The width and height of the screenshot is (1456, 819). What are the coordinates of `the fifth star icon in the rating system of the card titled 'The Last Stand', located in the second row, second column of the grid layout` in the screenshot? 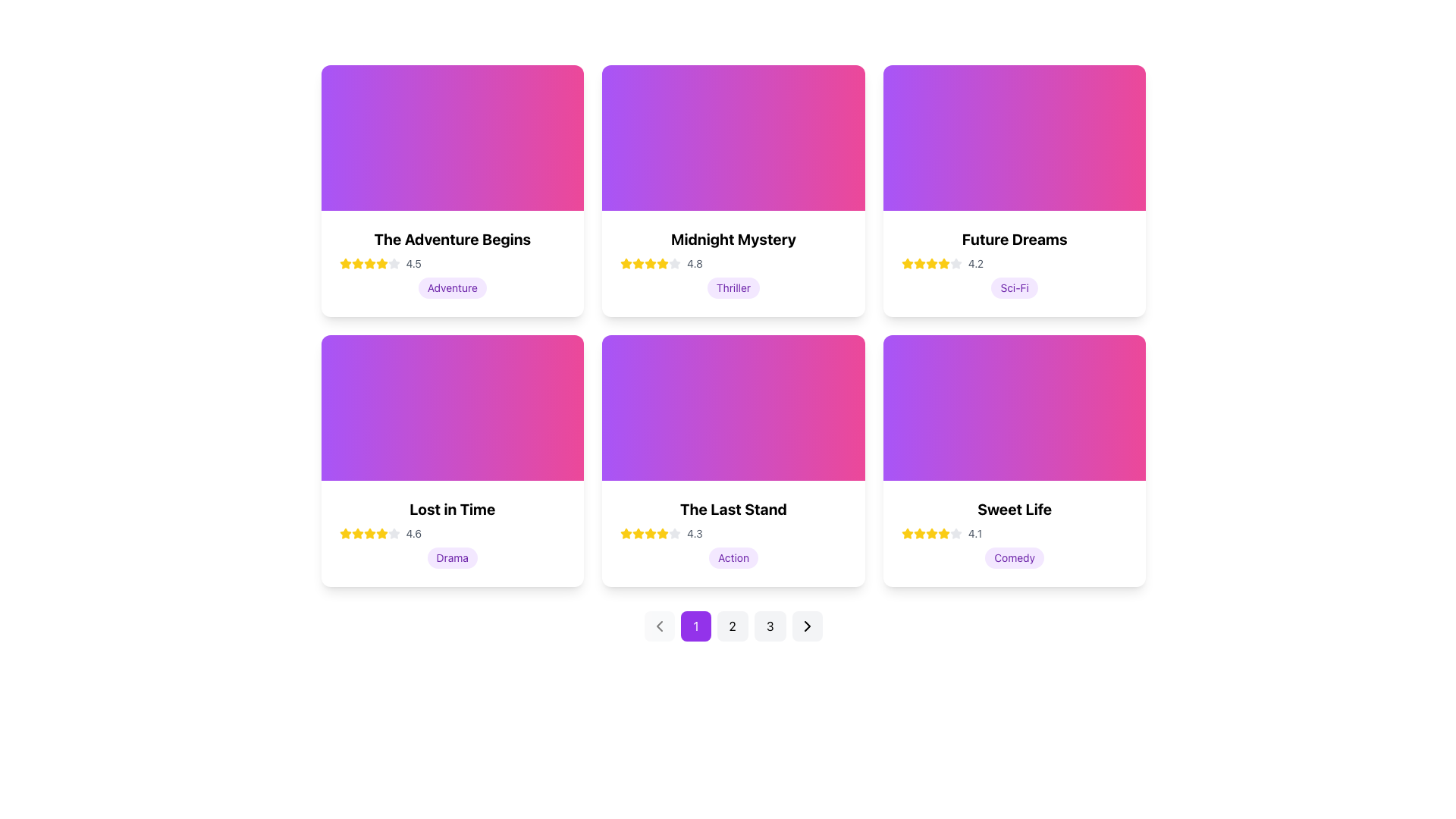 It's located at (674, 533).